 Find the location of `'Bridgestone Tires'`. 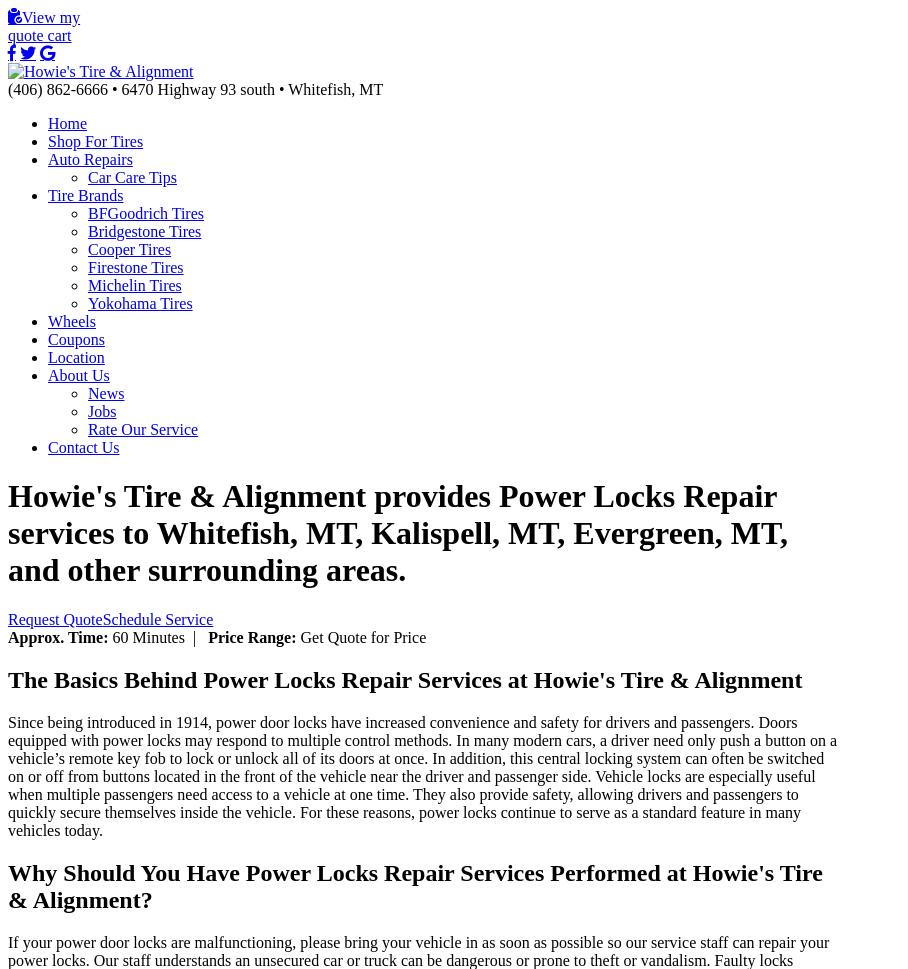

'Bridgestone Tires' is located at coordinates (144, 230).